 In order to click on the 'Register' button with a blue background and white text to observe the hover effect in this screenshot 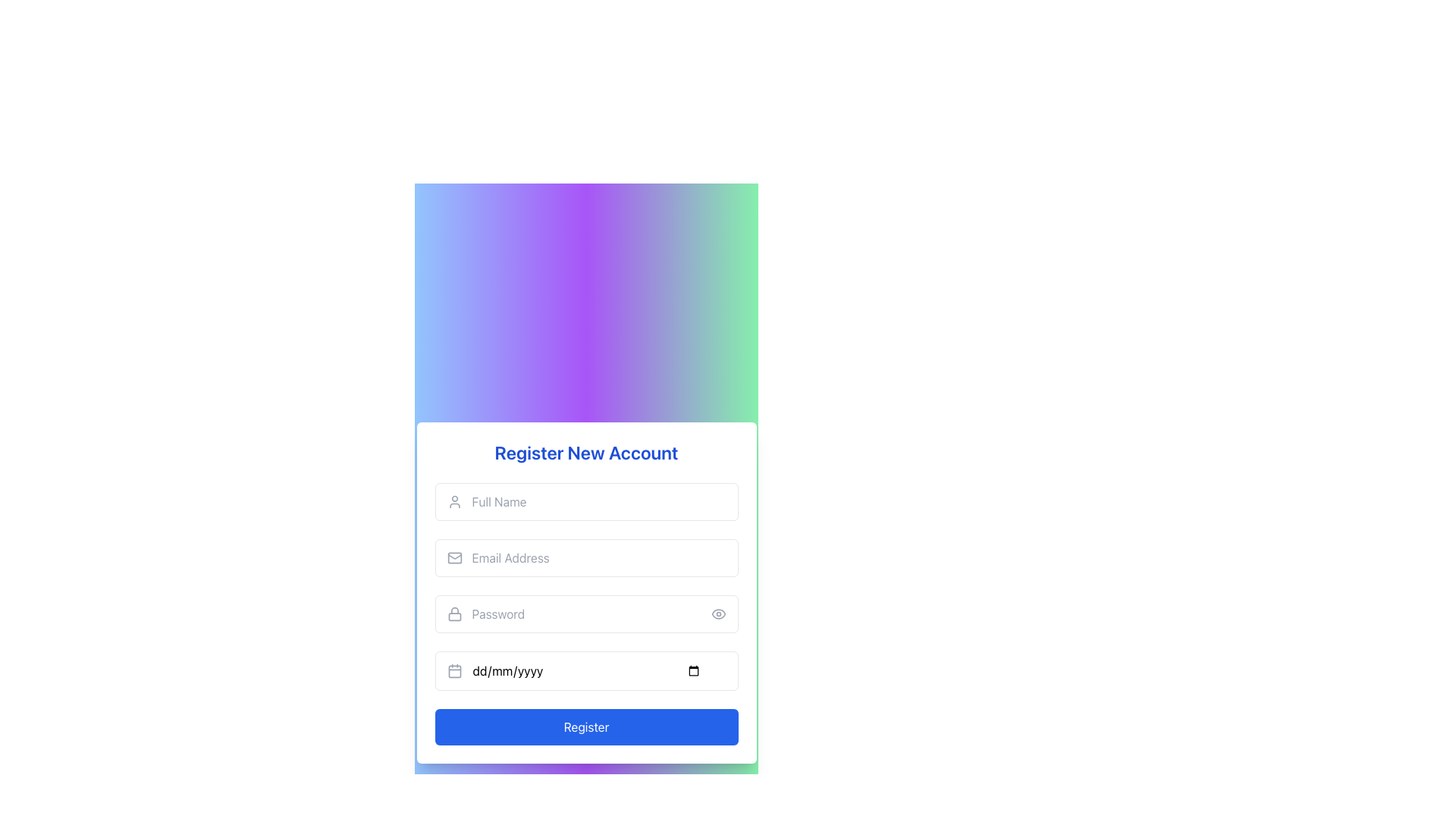, I will do `click(585, 726)`.